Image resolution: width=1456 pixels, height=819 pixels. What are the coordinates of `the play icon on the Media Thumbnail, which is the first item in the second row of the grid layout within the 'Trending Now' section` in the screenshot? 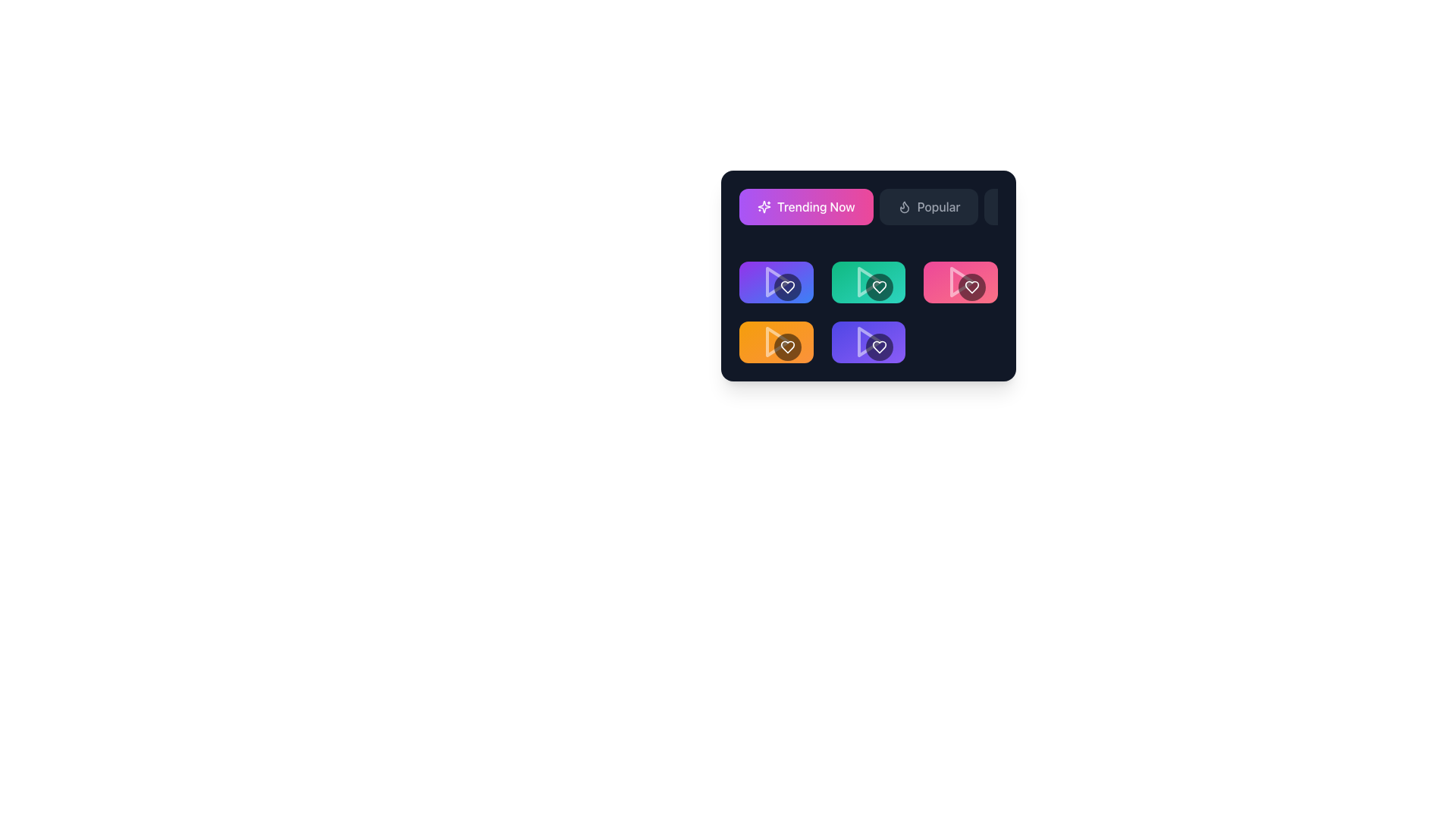 It's located at (776, 282).